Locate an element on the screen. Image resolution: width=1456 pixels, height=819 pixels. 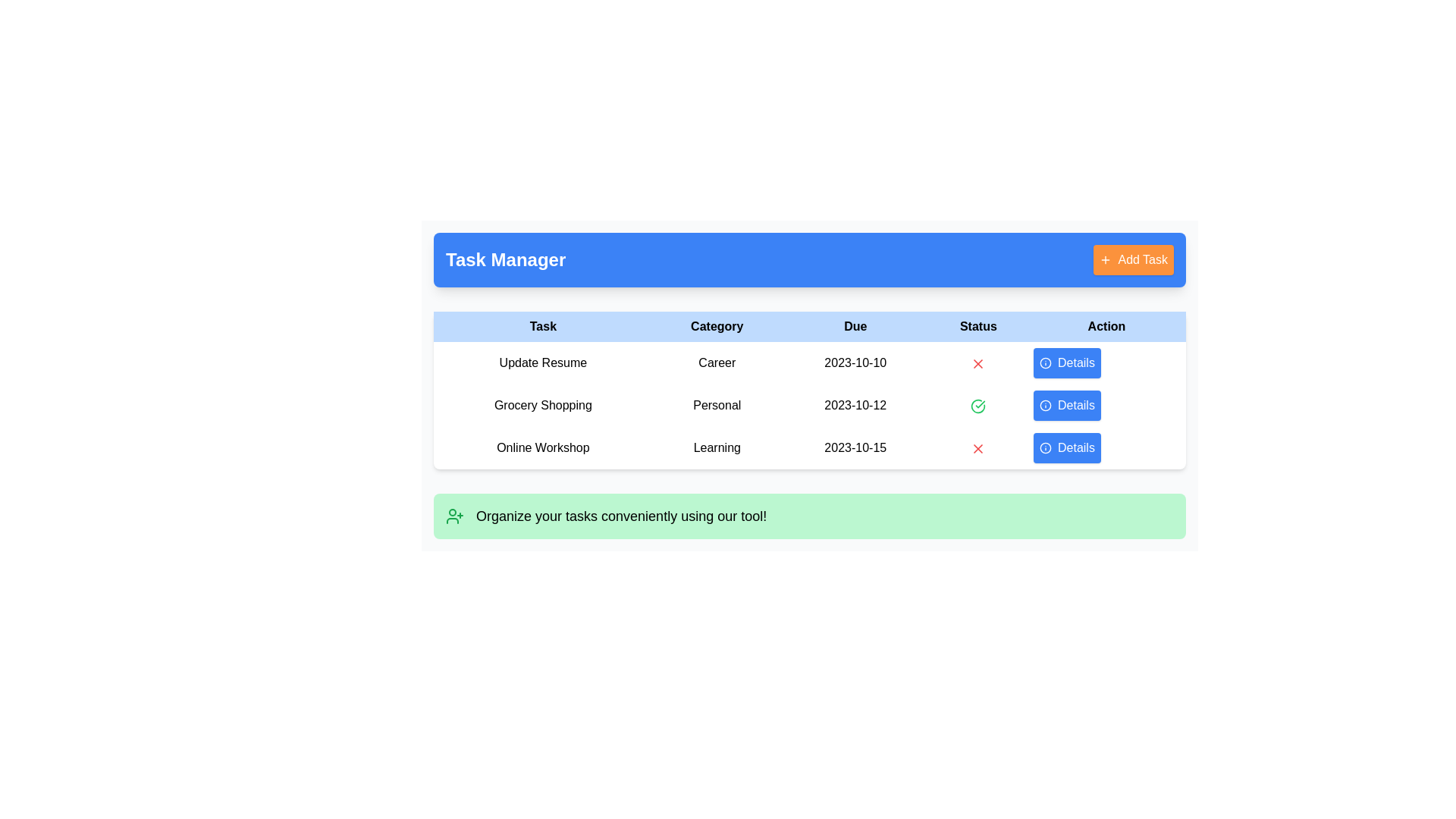
the text label displaying '2023-10-15' located in the third row of the table under the 'Due' column is located at coordinates (855, 447).